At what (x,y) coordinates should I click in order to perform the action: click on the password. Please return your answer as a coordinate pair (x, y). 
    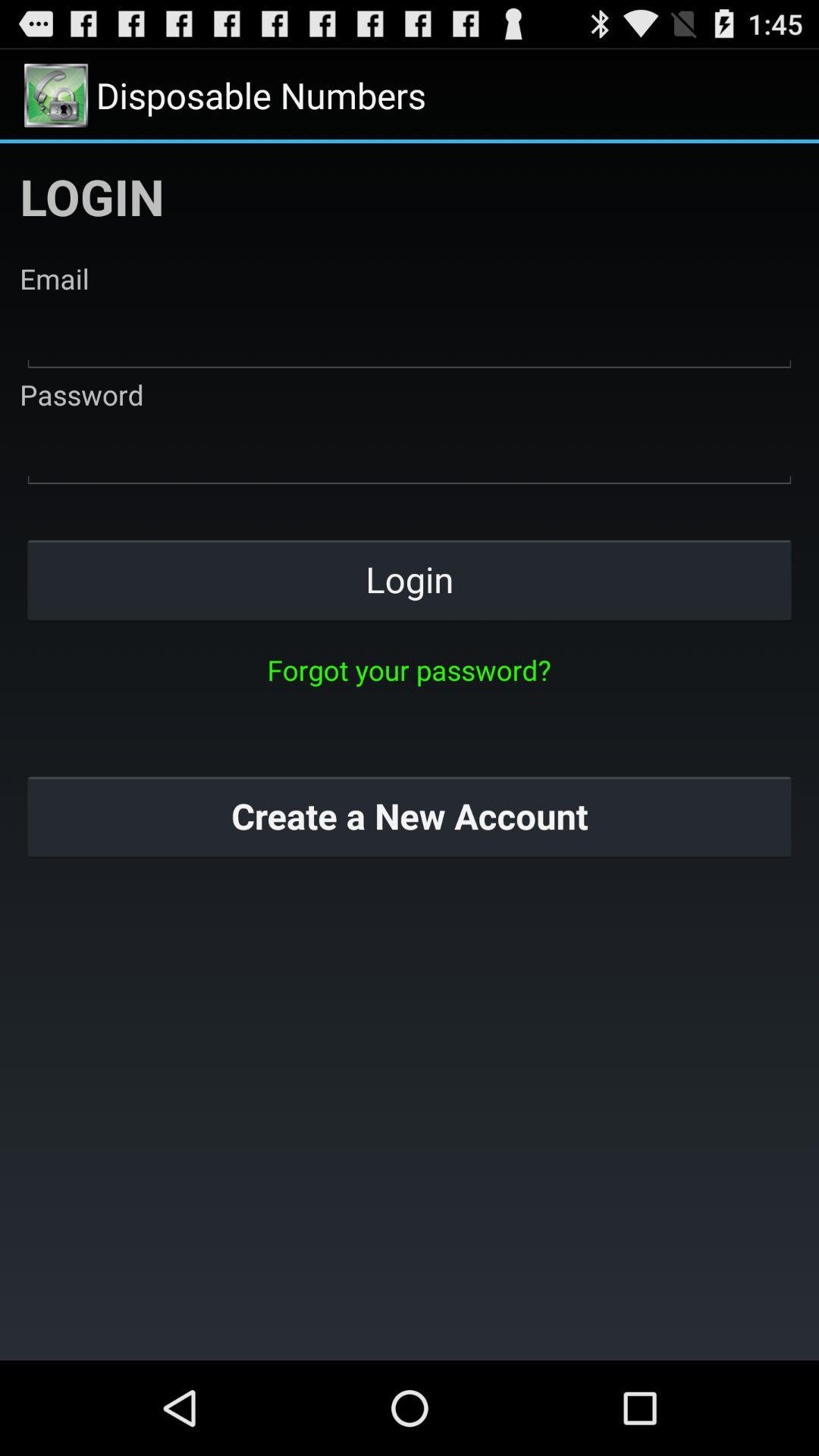
    Looking at the image, I should click on (409, 451).